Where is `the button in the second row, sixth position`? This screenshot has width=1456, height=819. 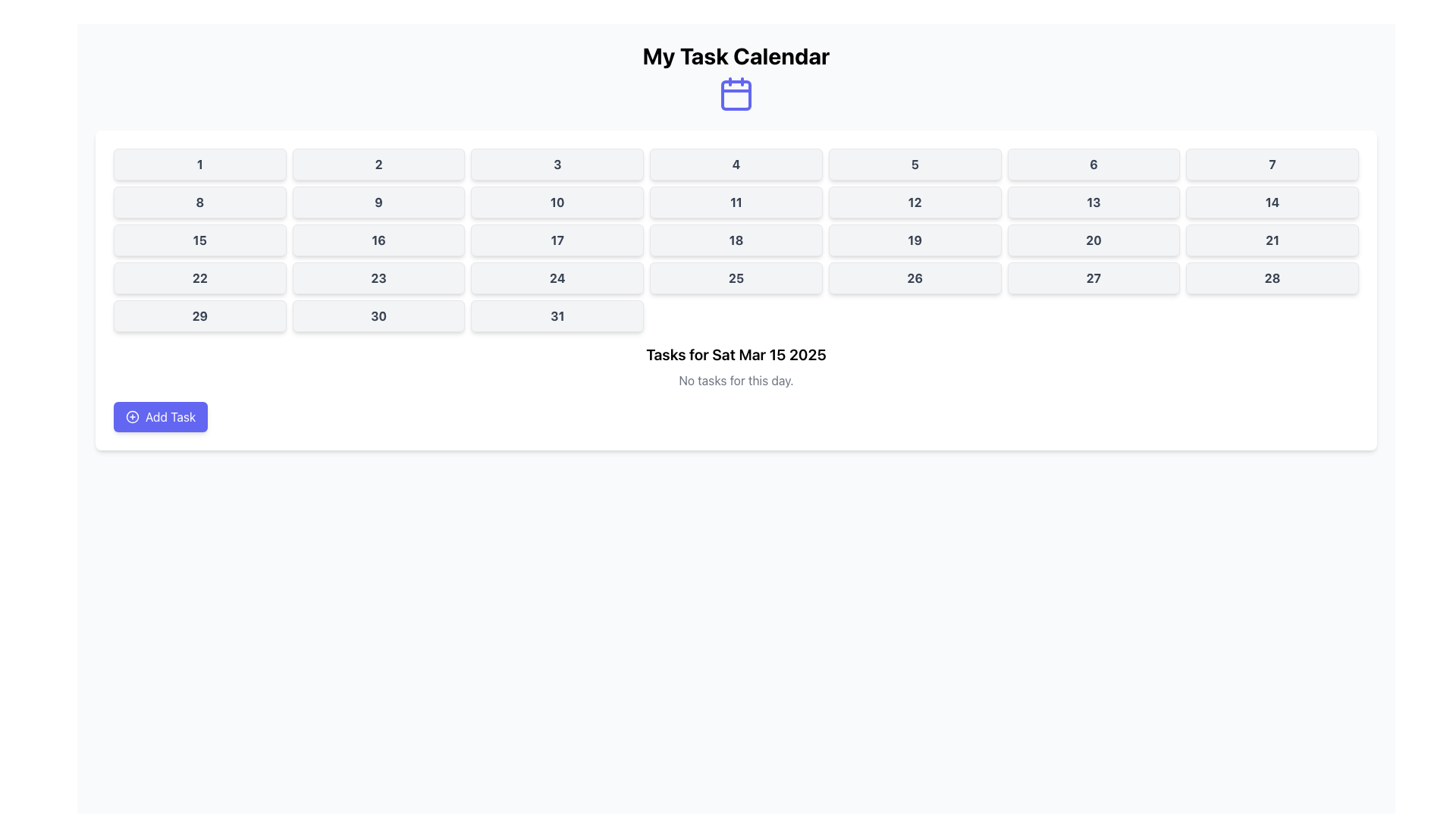
the button in the second row, sixth position is located at coordinates (914, 201).